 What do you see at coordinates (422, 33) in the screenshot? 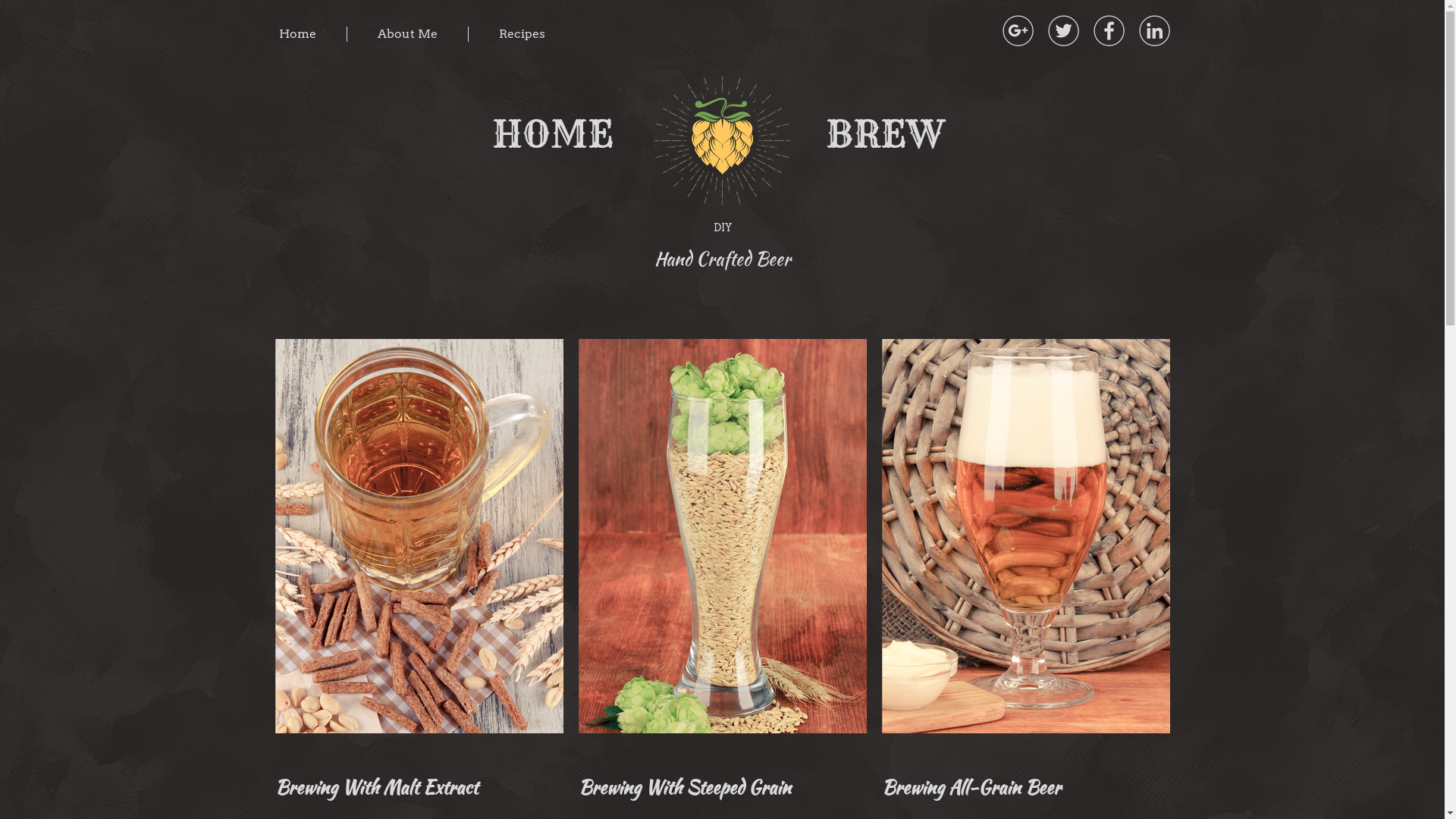
I see `'About Me'` at bounding box center [422, 33].